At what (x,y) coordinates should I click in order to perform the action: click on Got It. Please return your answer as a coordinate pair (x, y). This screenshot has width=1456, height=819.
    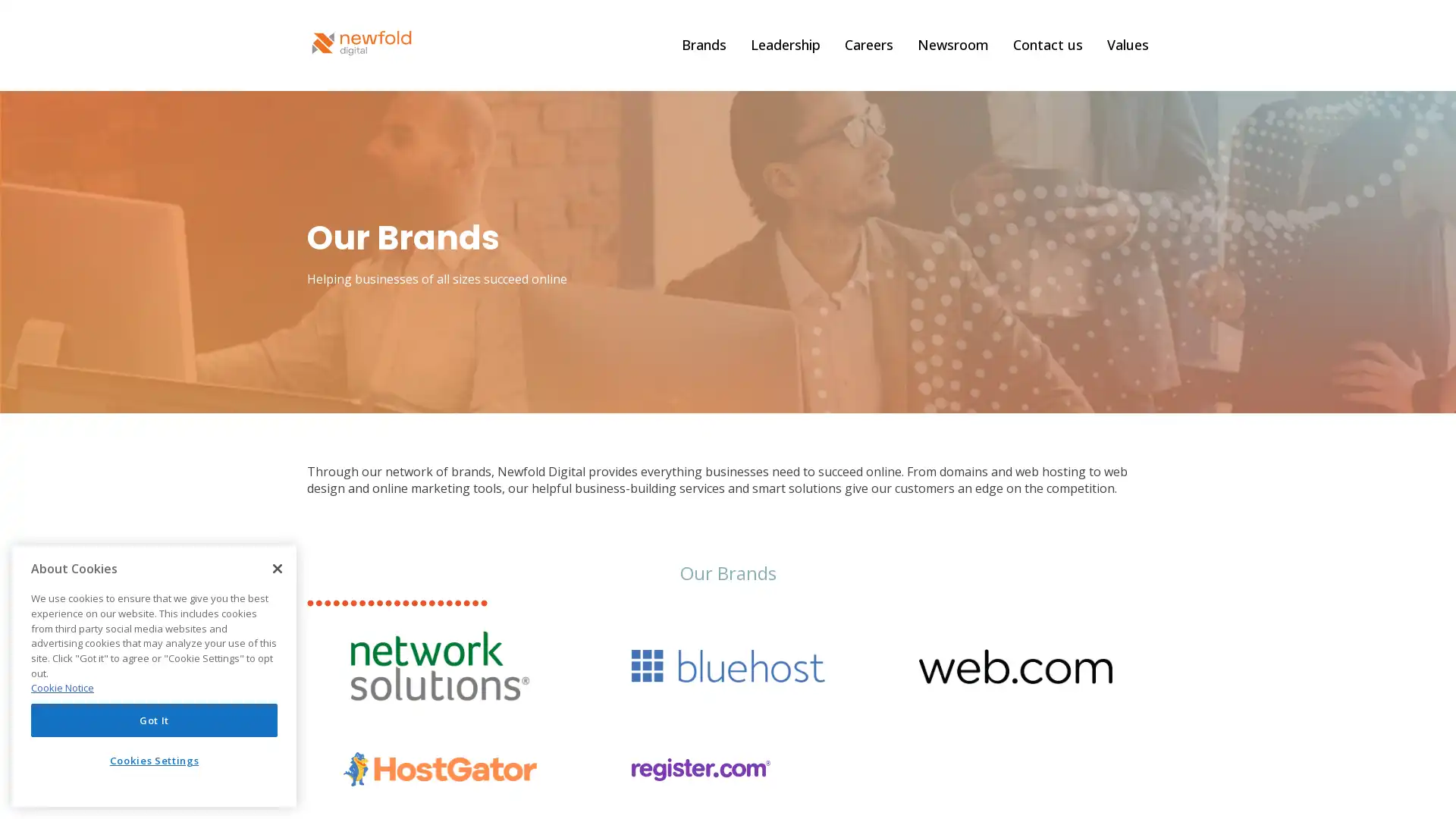
    Looking at the image, I should click on (154, 719).